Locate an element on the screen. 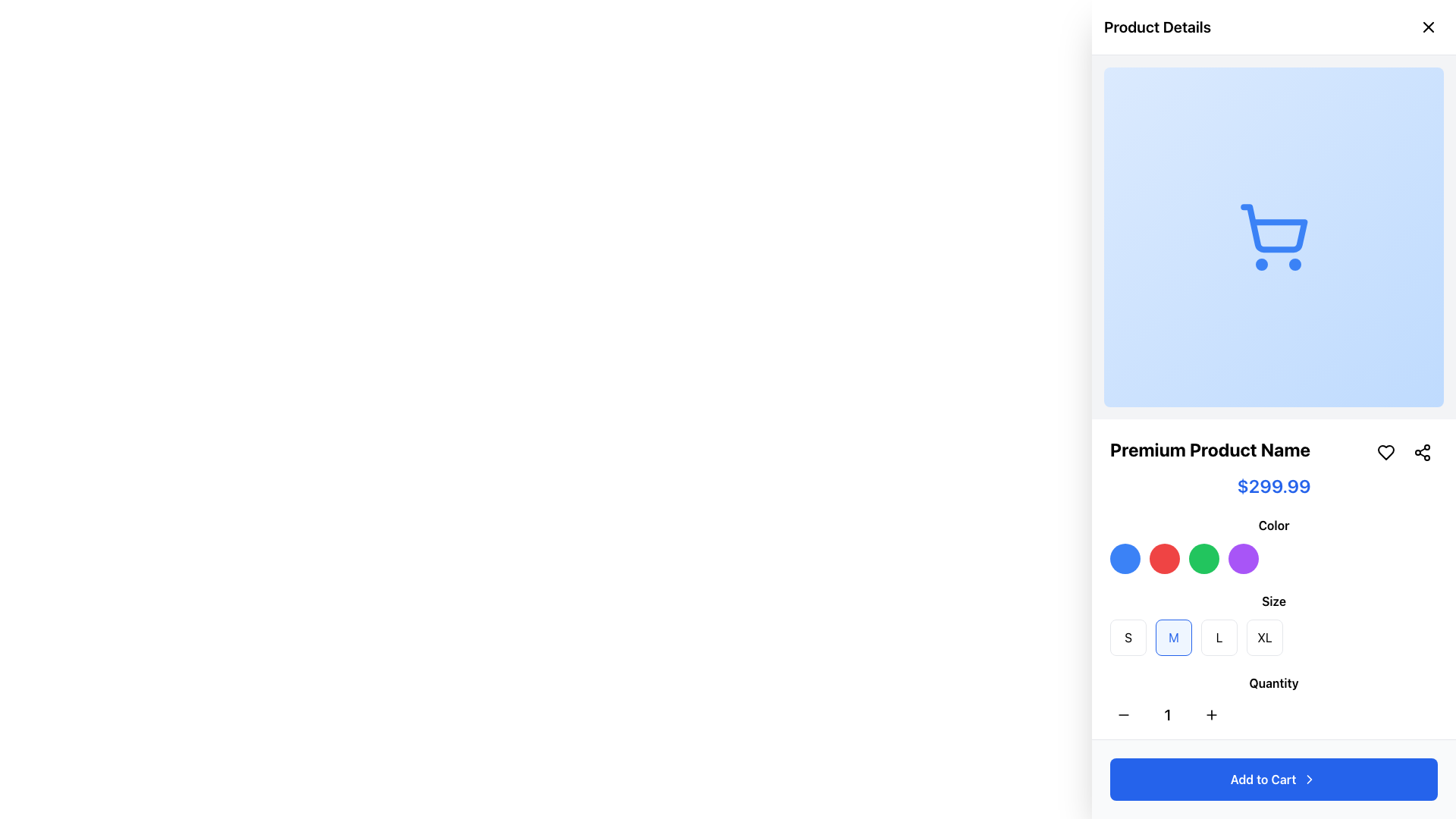  the close button located in the header section of the right-side panel is located at coordinates (1427, 27).